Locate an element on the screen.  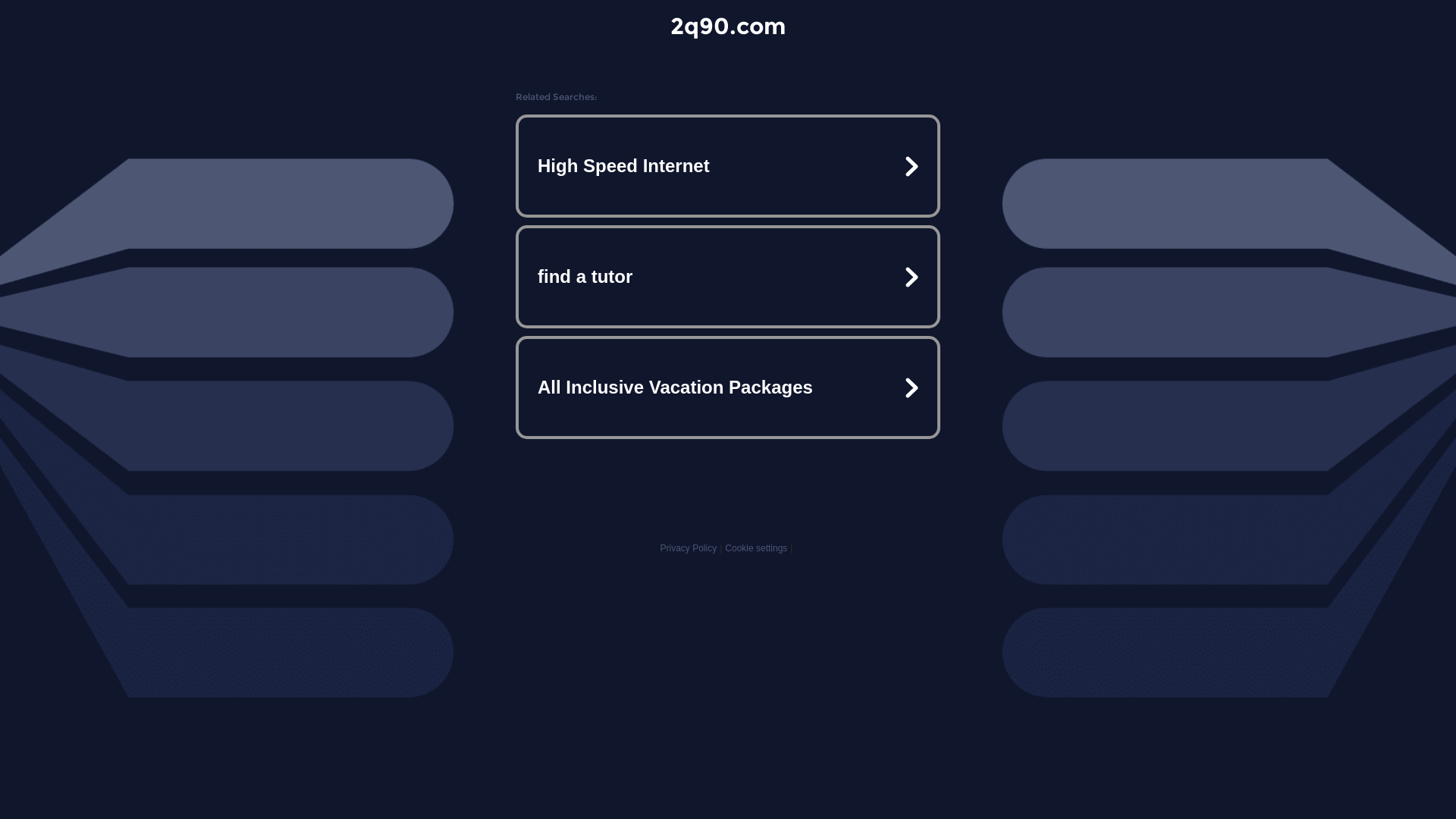
'All Inclusive Vacation Packages' is located at coordinates (728, 386).